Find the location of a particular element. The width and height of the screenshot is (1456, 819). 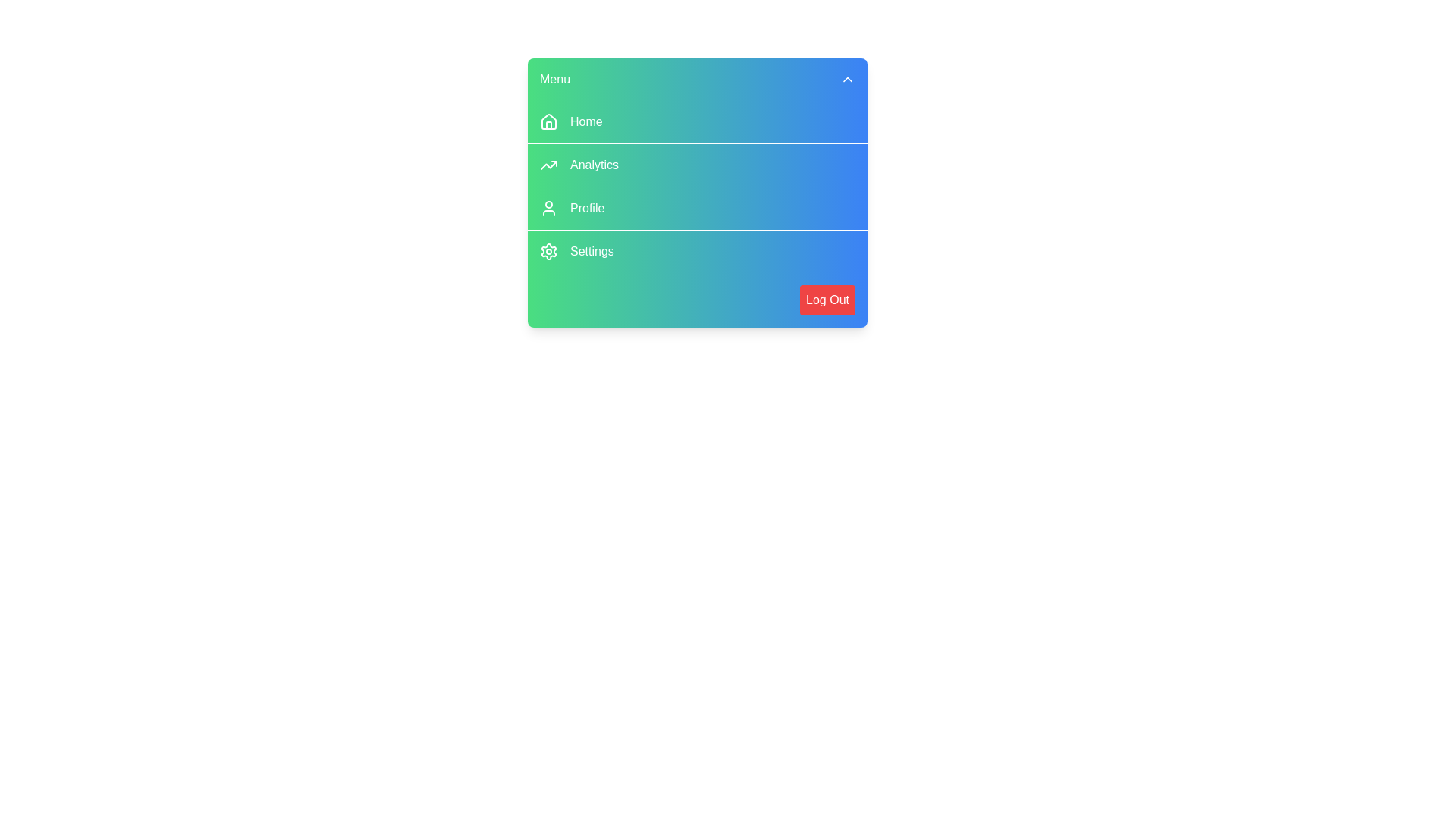

the menu item Settings to trigger its hover effect is located at coordinates (697, 250).